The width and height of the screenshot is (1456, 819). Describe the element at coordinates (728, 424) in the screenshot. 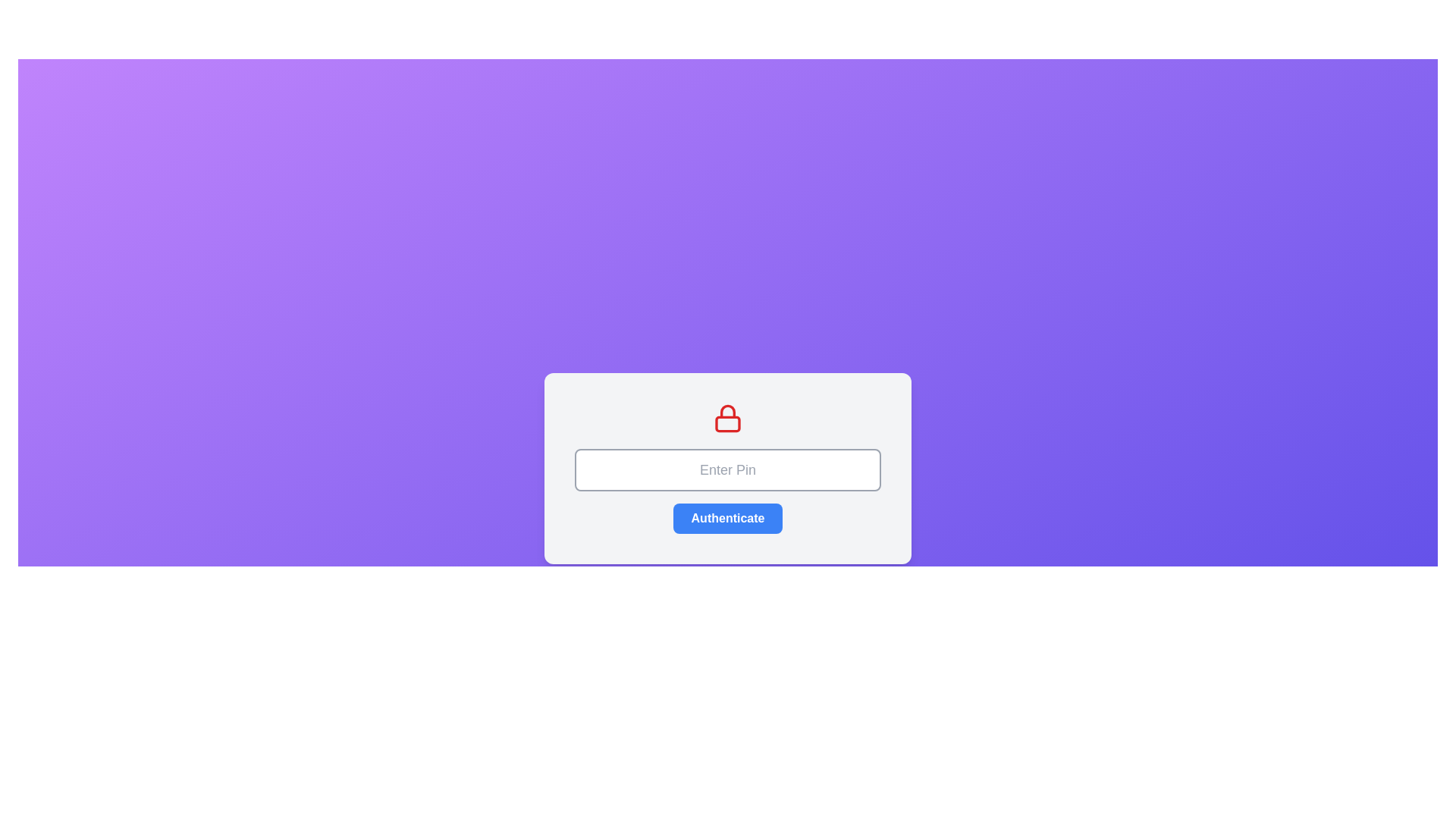

I see `the lower rectangular portion of the lock icon, which is a decorative graphical element situated above the text field and near the center of the modal window` at that location.